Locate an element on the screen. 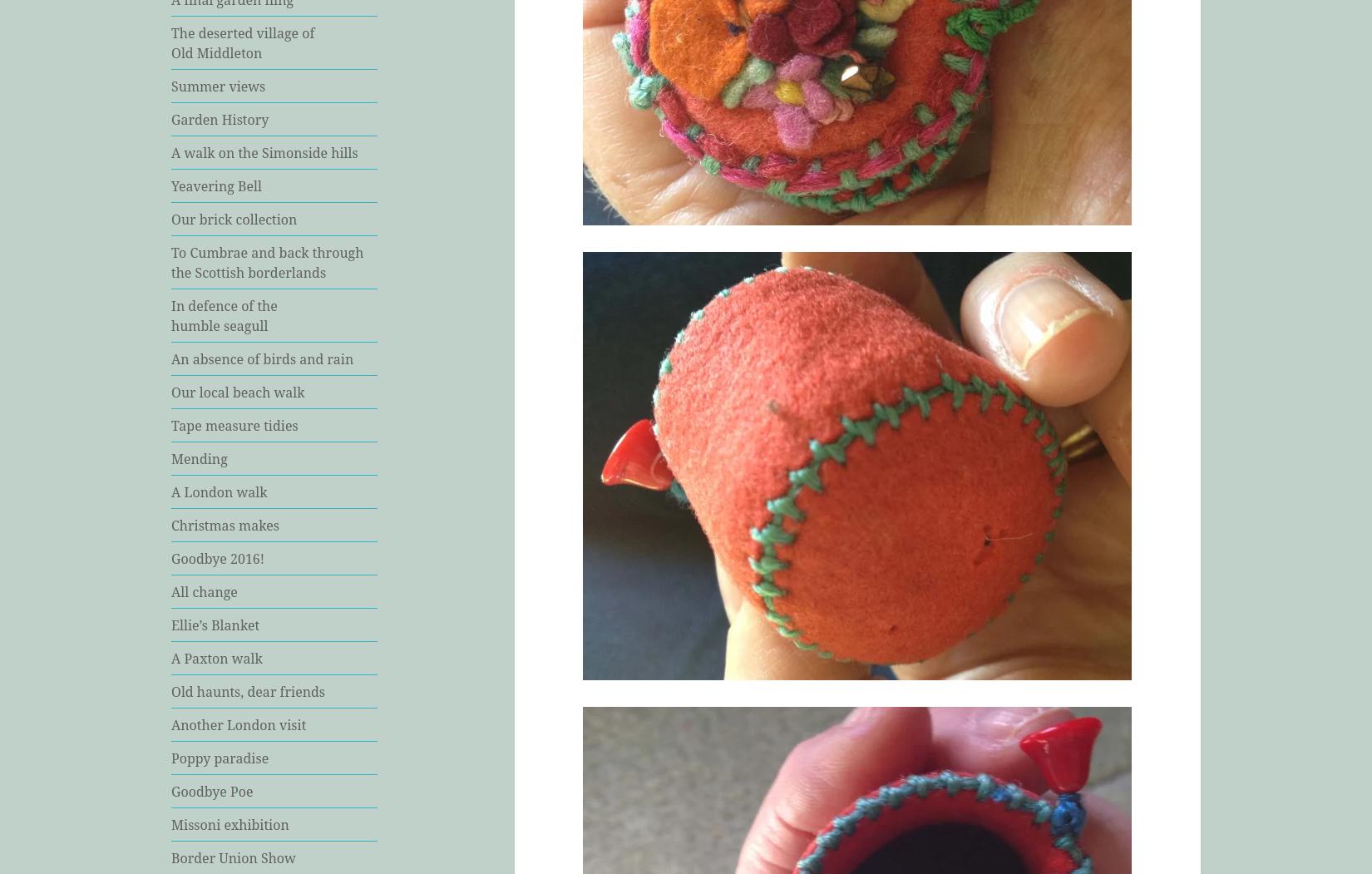 The width and height of the screenshot is (1372, 874). 'The deserted village of Old Middleton' is located at coordinates (243, 41).